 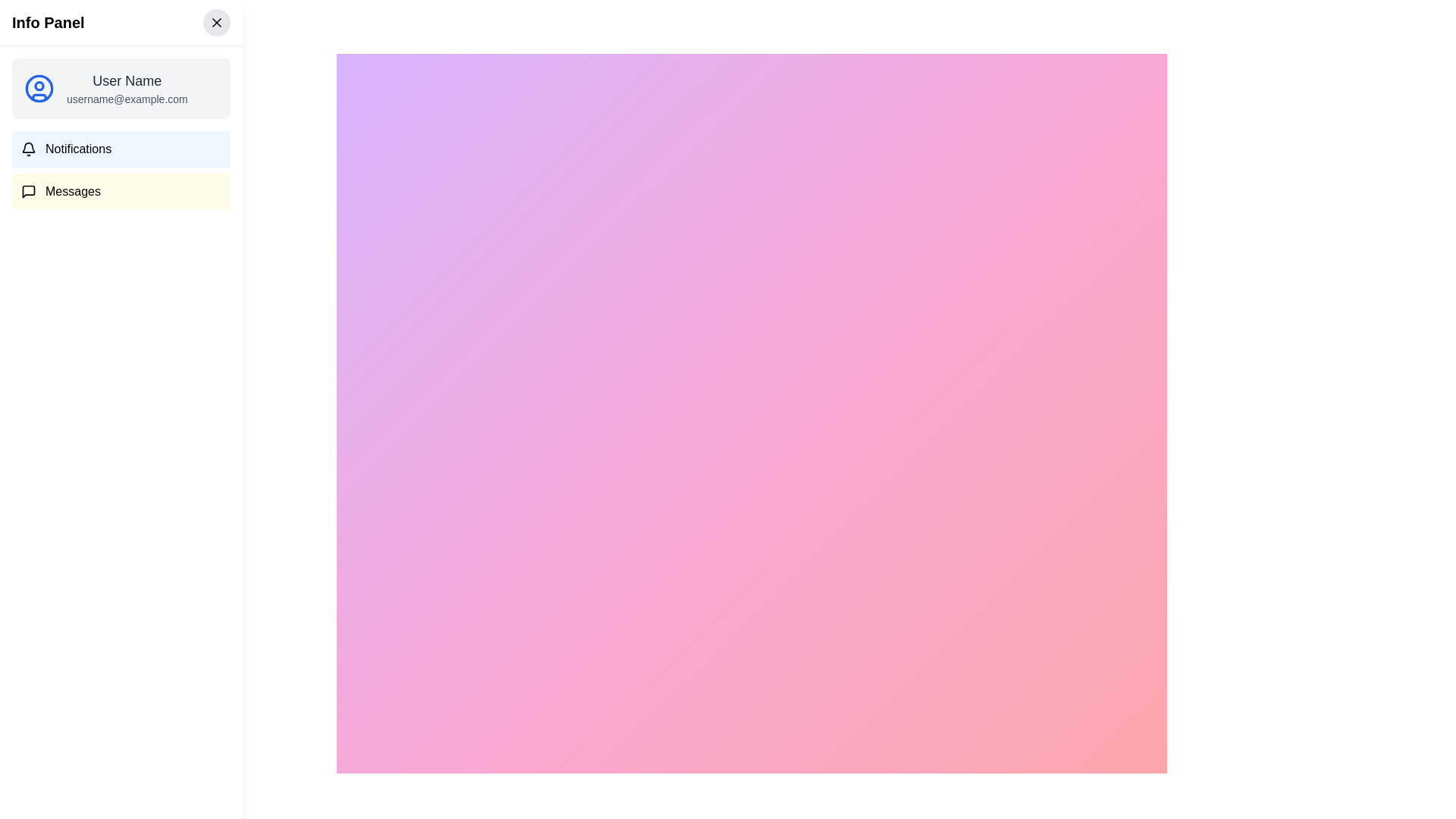 What do you see at coordinates (216, 23) in the screenshot?
I see `the Close icon within the circular button located at the top-right corner of the sidebar panel, adjacent to the 'Info Panel' title text` at bounding box center [216, 23].